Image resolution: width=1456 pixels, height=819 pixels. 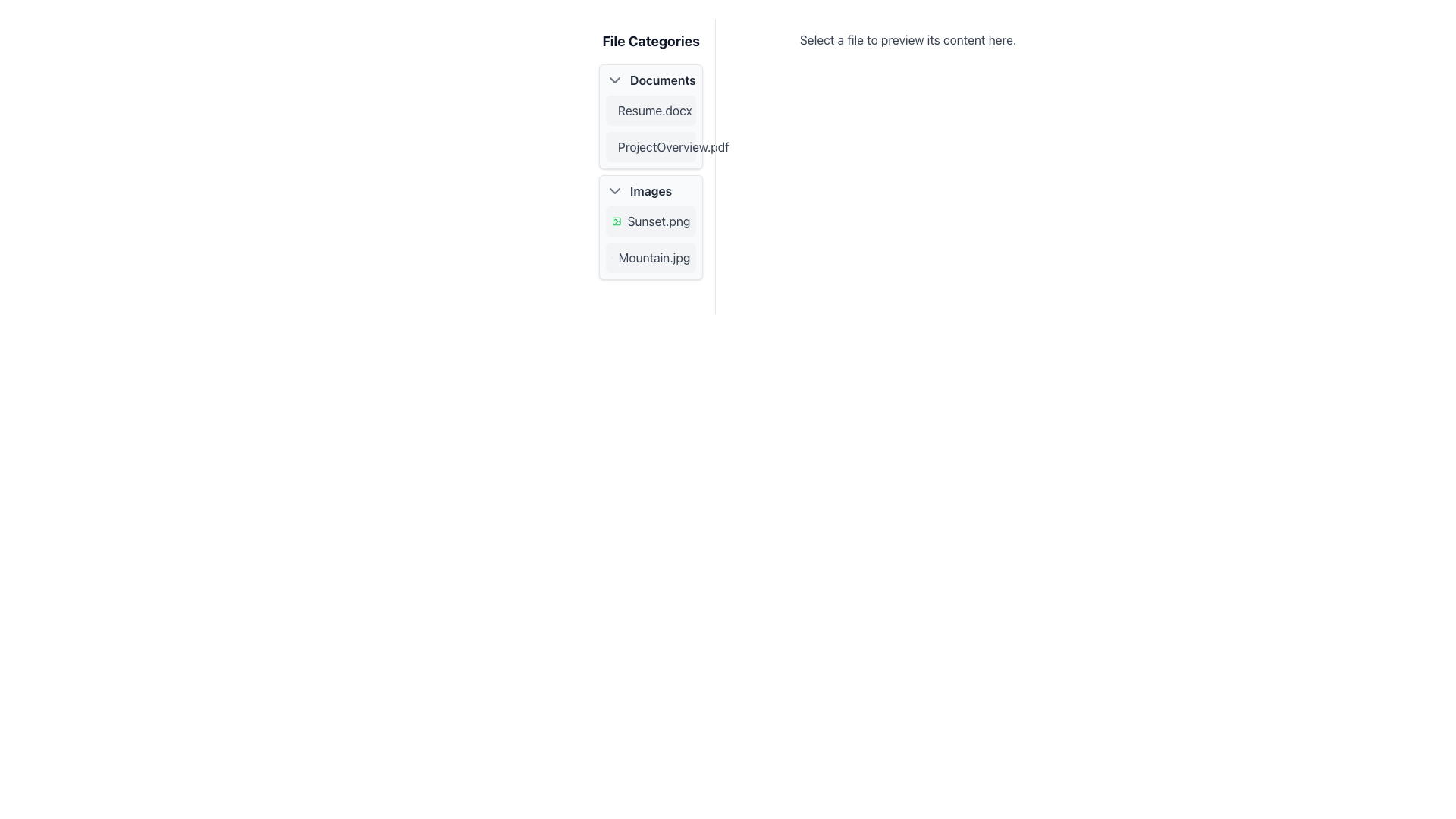 What do you see at coordinates (654, 110) in the screenshot?
I see `the text label displaying the file name 'Resume.docx'` at bounding box center [654, 110].